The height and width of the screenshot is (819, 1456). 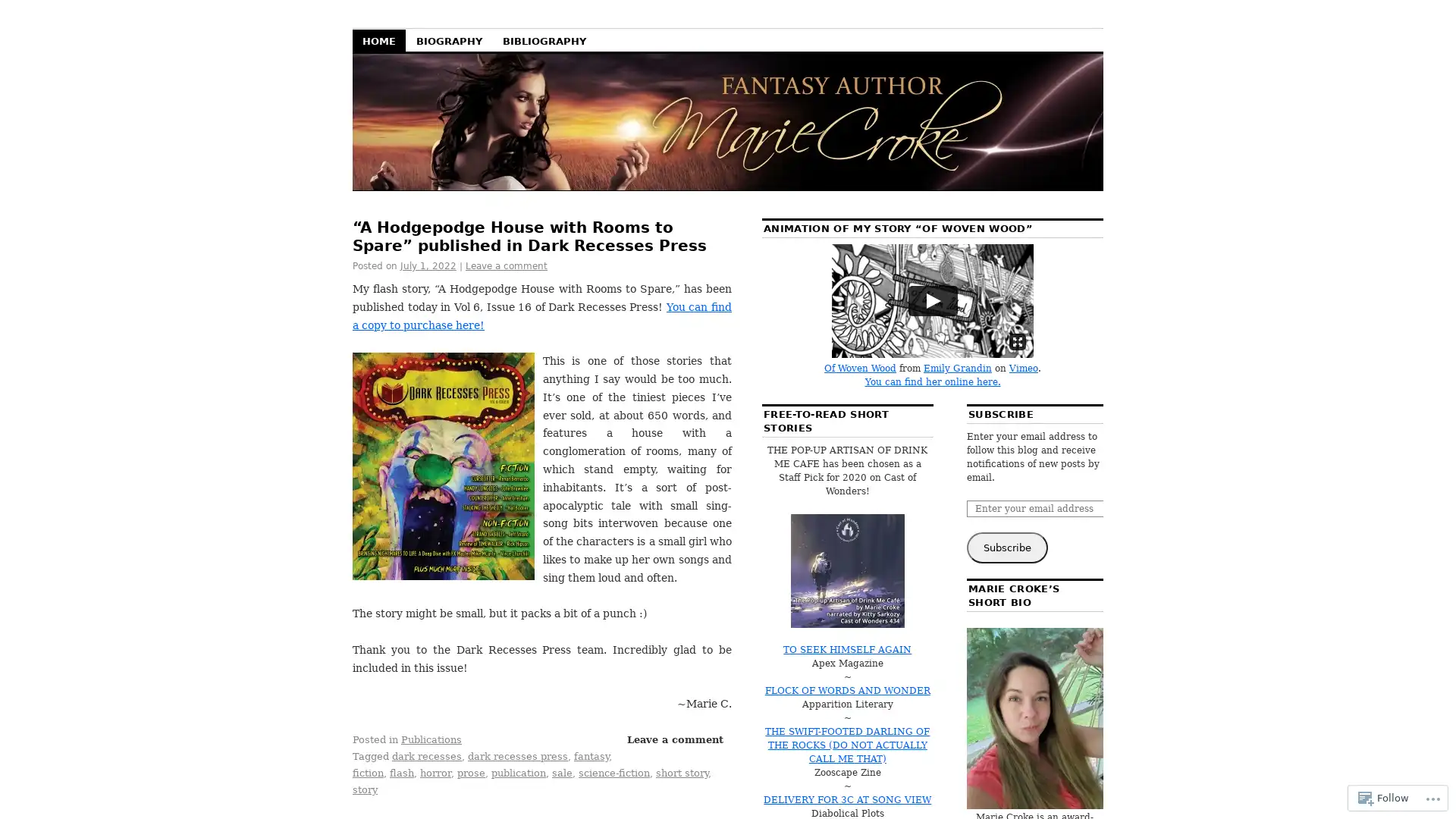 What do you see at coordinates (1007, 548) in the screenshot?
I see `Subscribe` at bounding box center [1007, 548].